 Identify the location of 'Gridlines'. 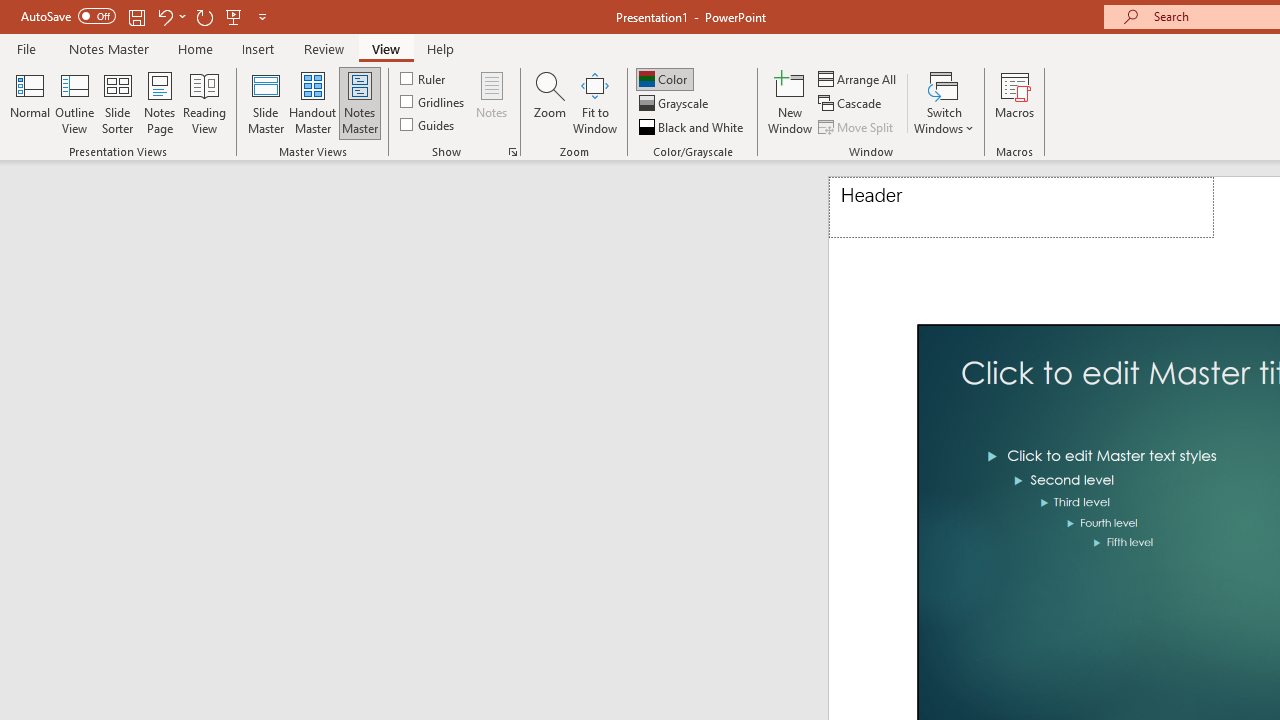
(432, 101).